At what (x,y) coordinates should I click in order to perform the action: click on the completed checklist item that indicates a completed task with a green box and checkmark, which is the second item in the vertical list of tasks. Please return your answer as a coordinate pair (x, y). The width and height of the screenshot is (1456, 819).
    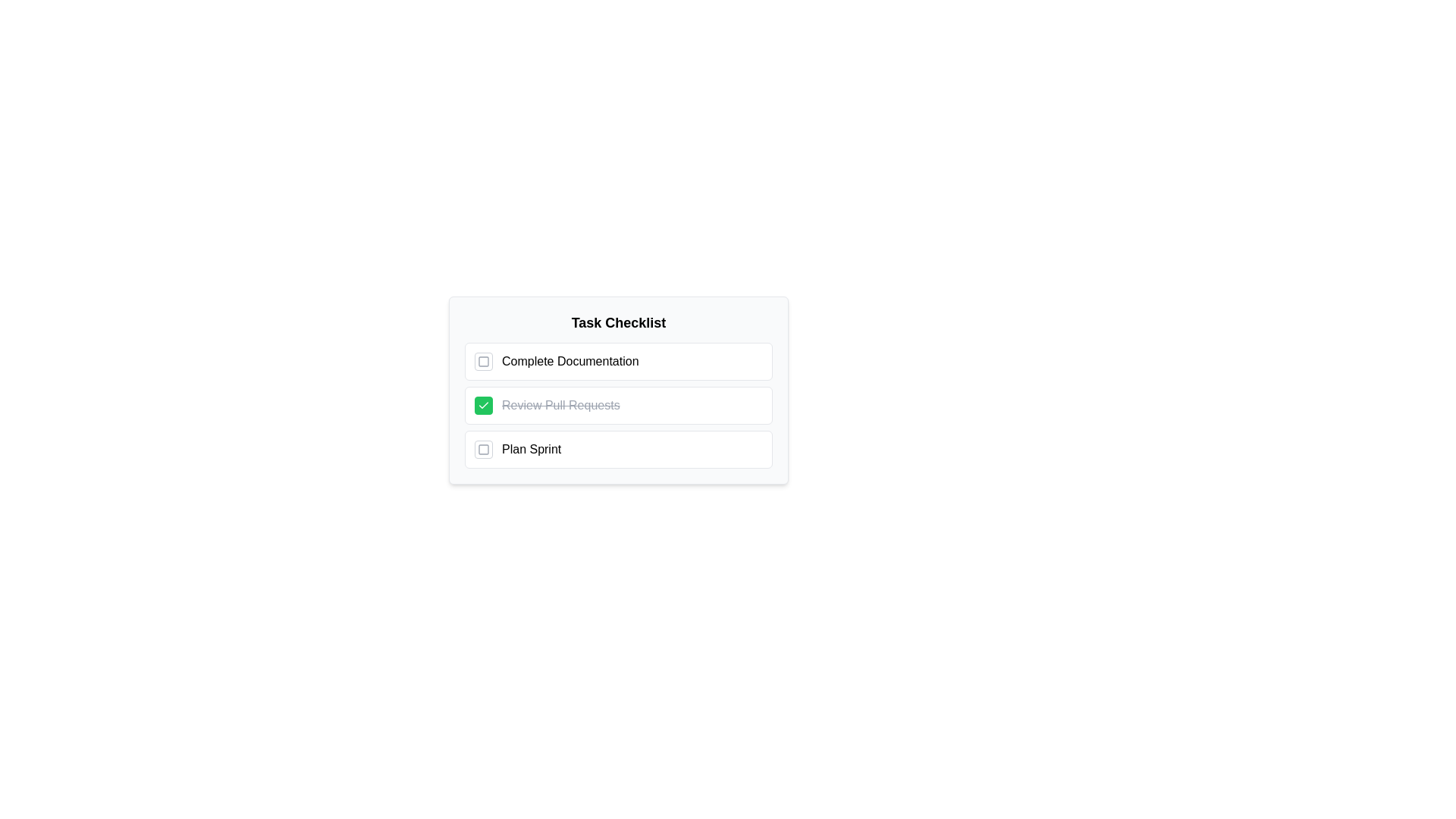
    Looking at the image, I should click on (619, 405).